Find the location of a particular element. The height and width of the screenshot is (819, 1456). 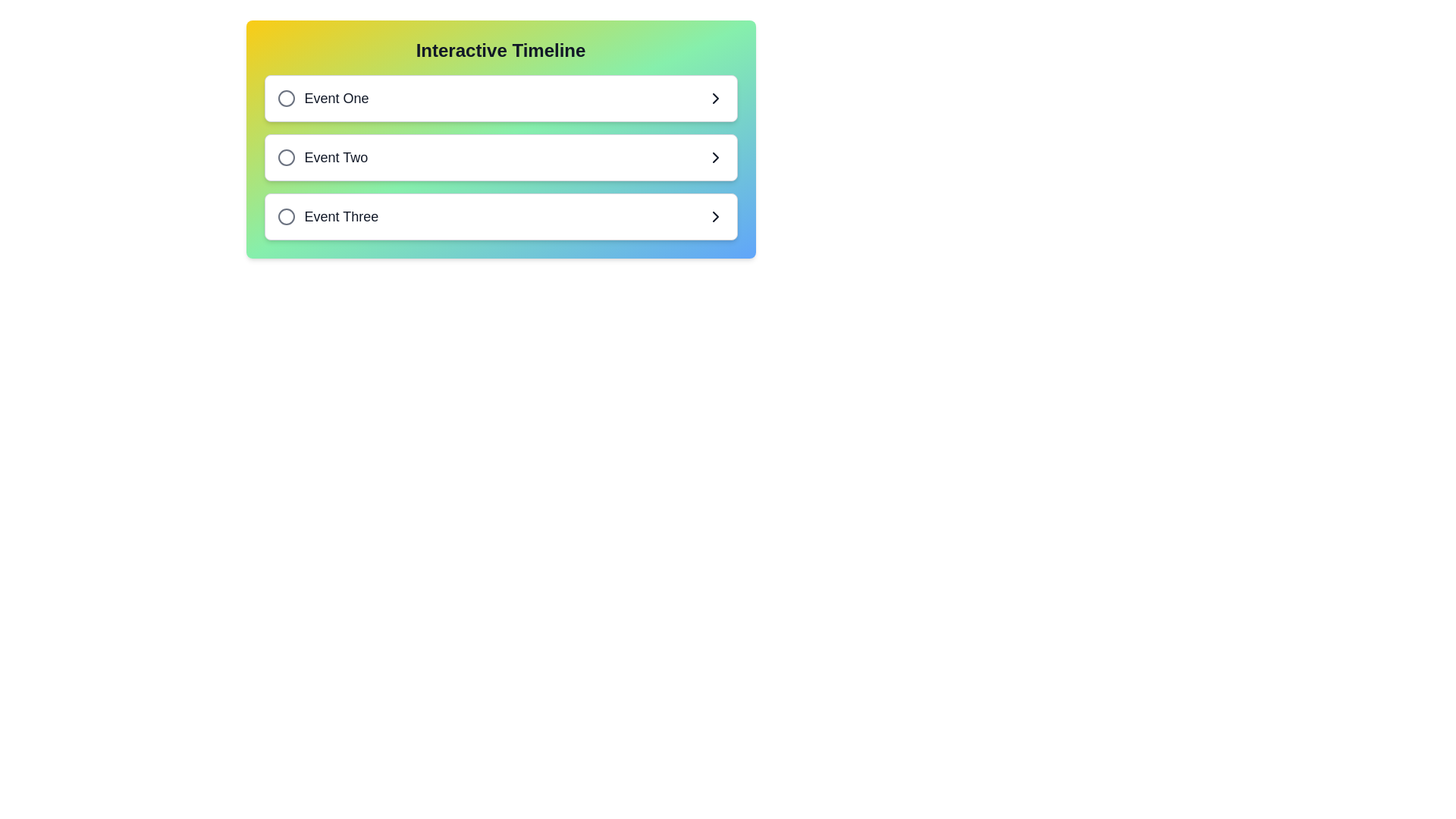

the right-pointing chevron arrow icon located within the topmost interactive box labeled 'Event One' in the 'Interactive Timeline' card is located at coordinates (714, 99).